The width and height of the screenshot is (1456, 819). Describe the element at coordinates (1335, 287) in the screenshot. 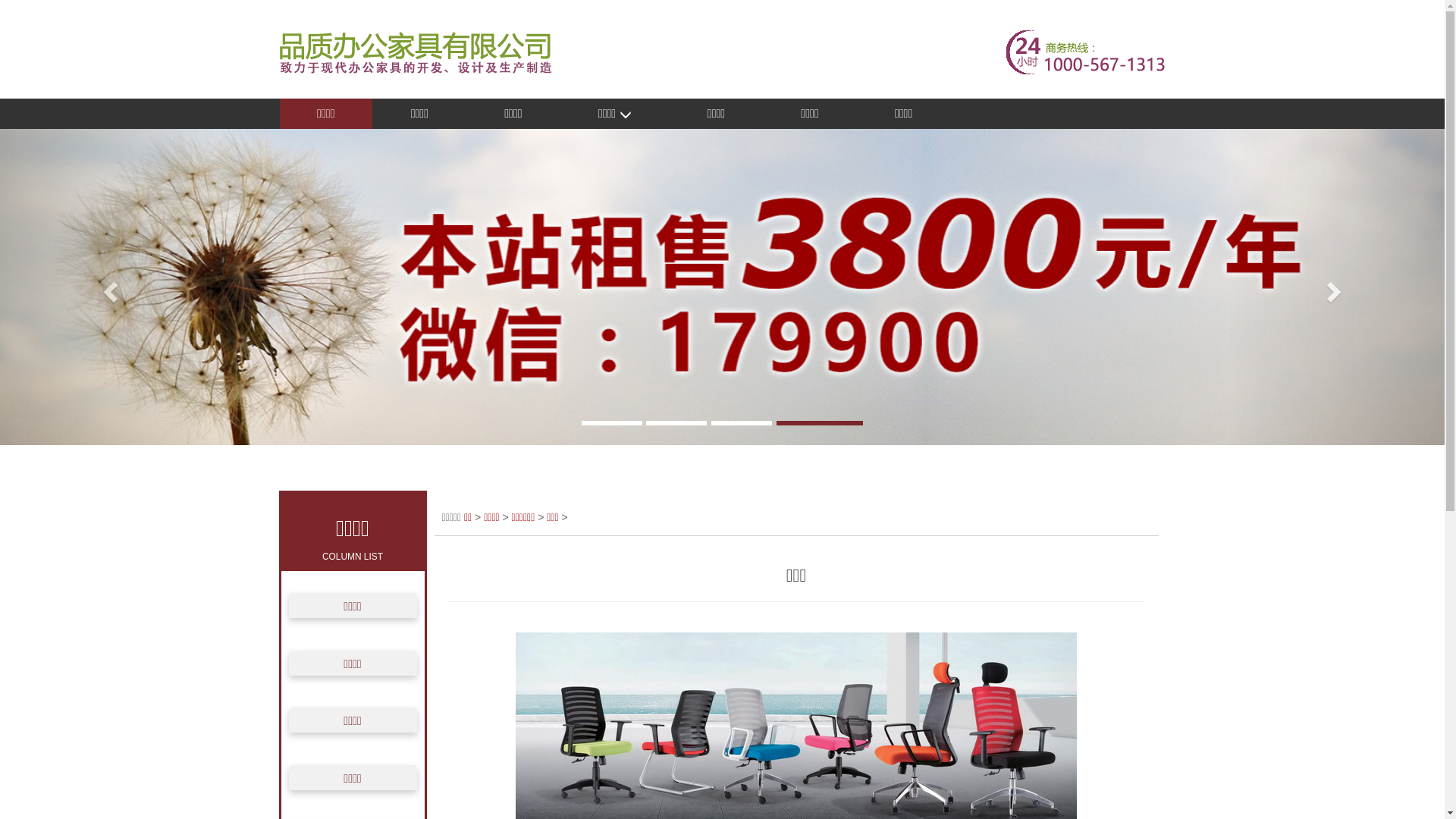

I see `'Next'` at that location.